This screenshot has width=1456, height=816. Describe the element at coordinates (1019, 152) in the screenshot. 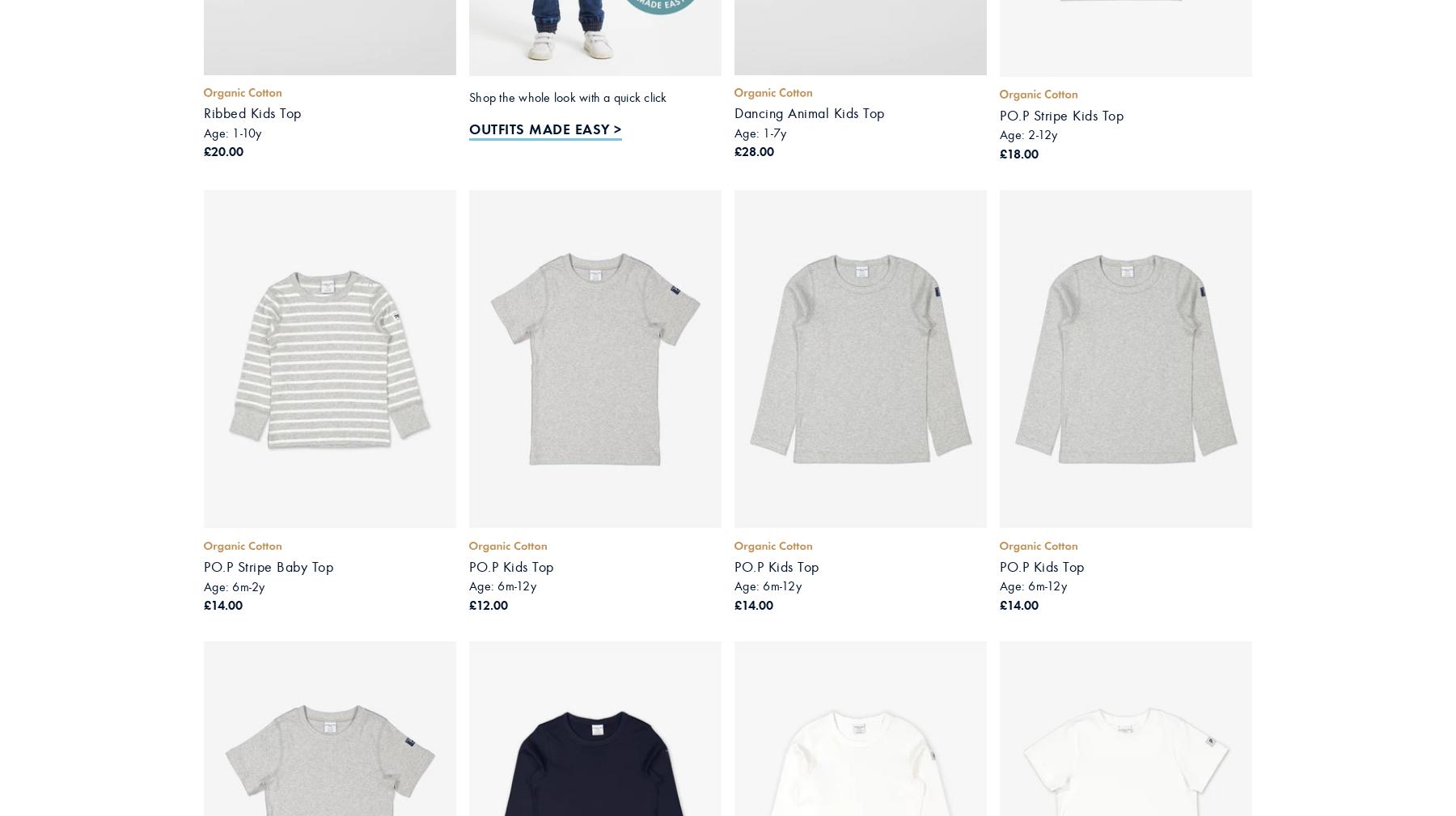

I see `'£18.00'` at that location.